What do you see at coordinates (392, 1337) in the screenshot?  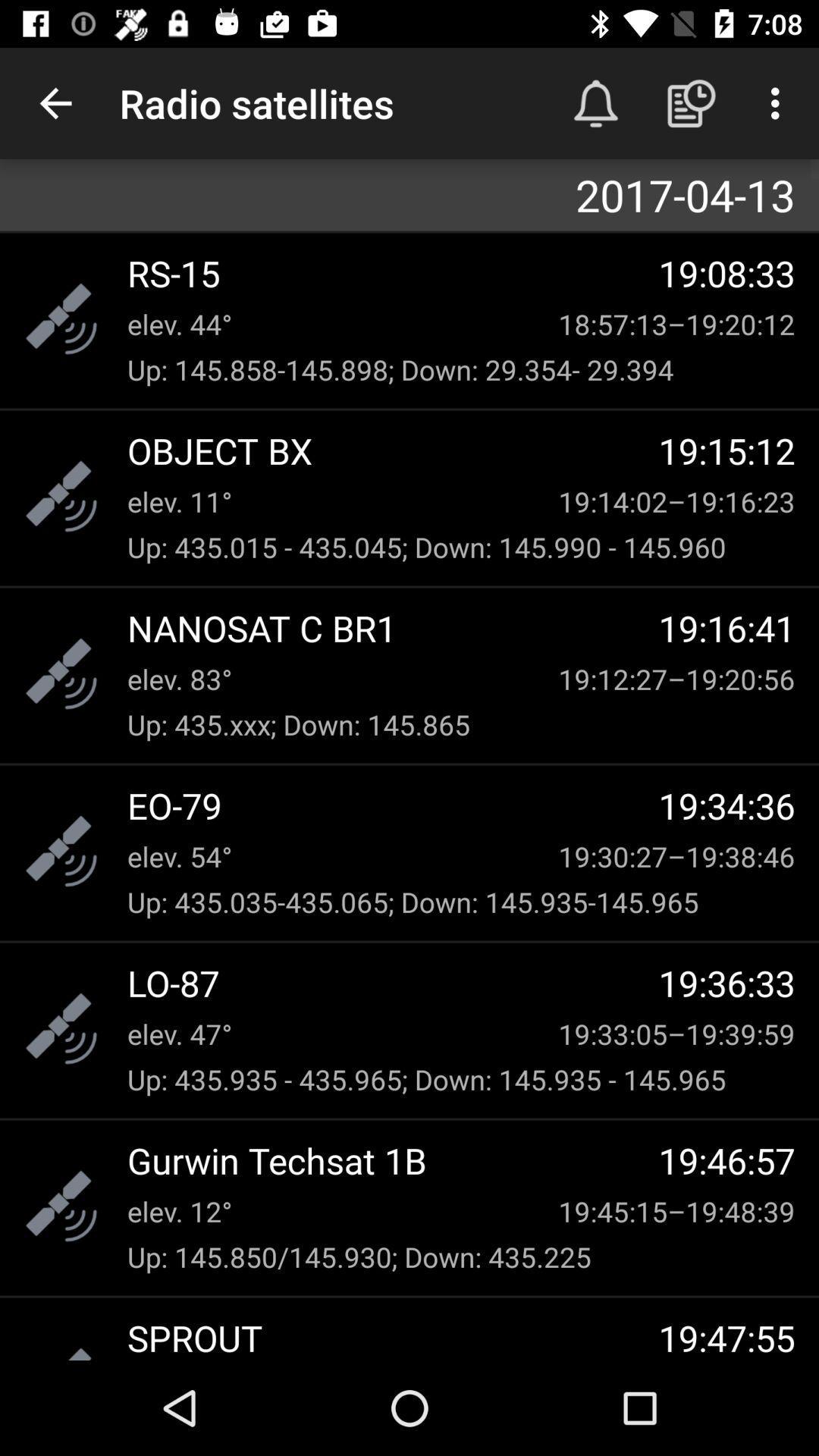 I see `sprout icon` at bounding box center [392, 1337].